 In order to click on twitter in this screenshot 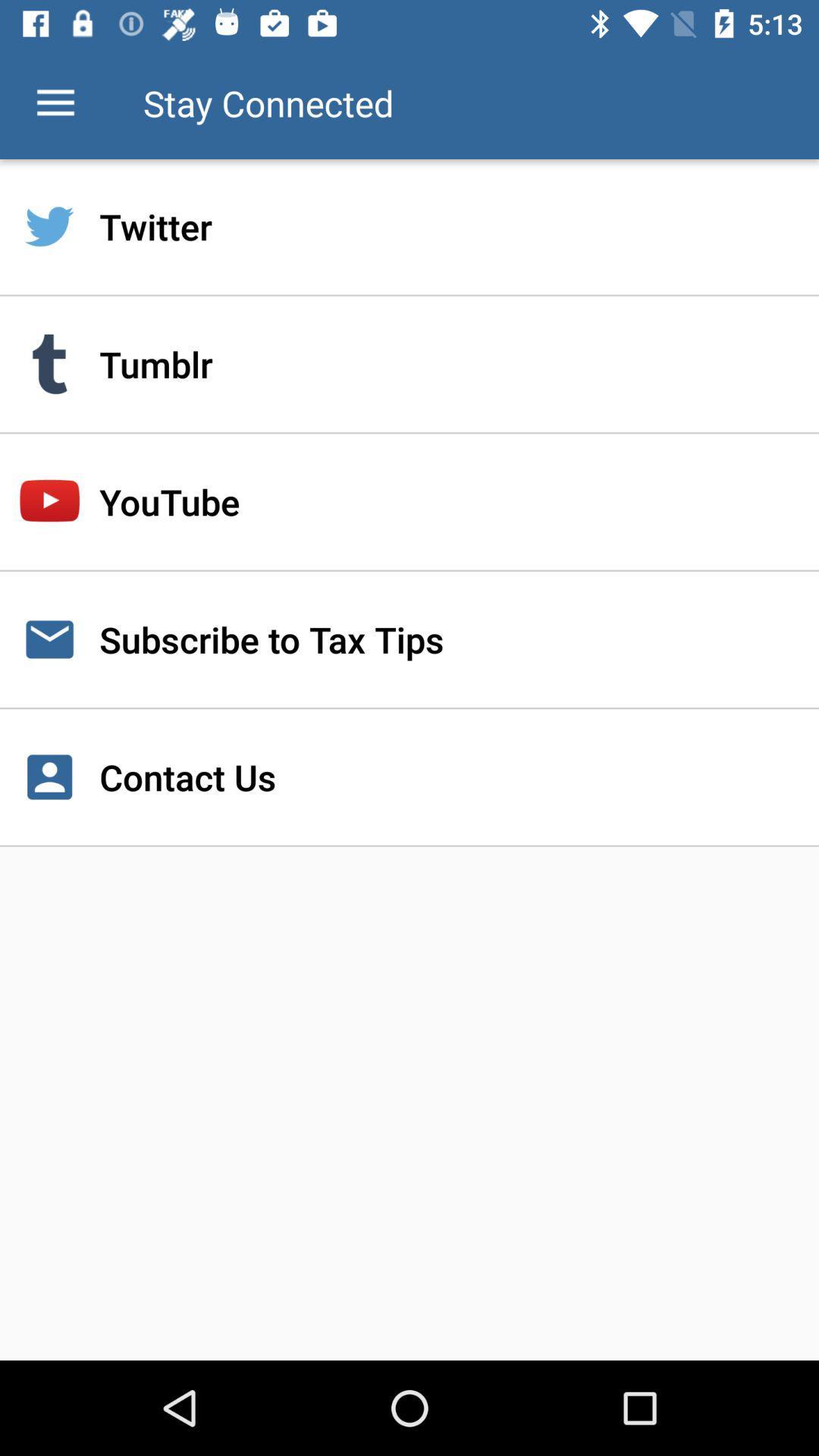, I will do `click(409, 226)`.